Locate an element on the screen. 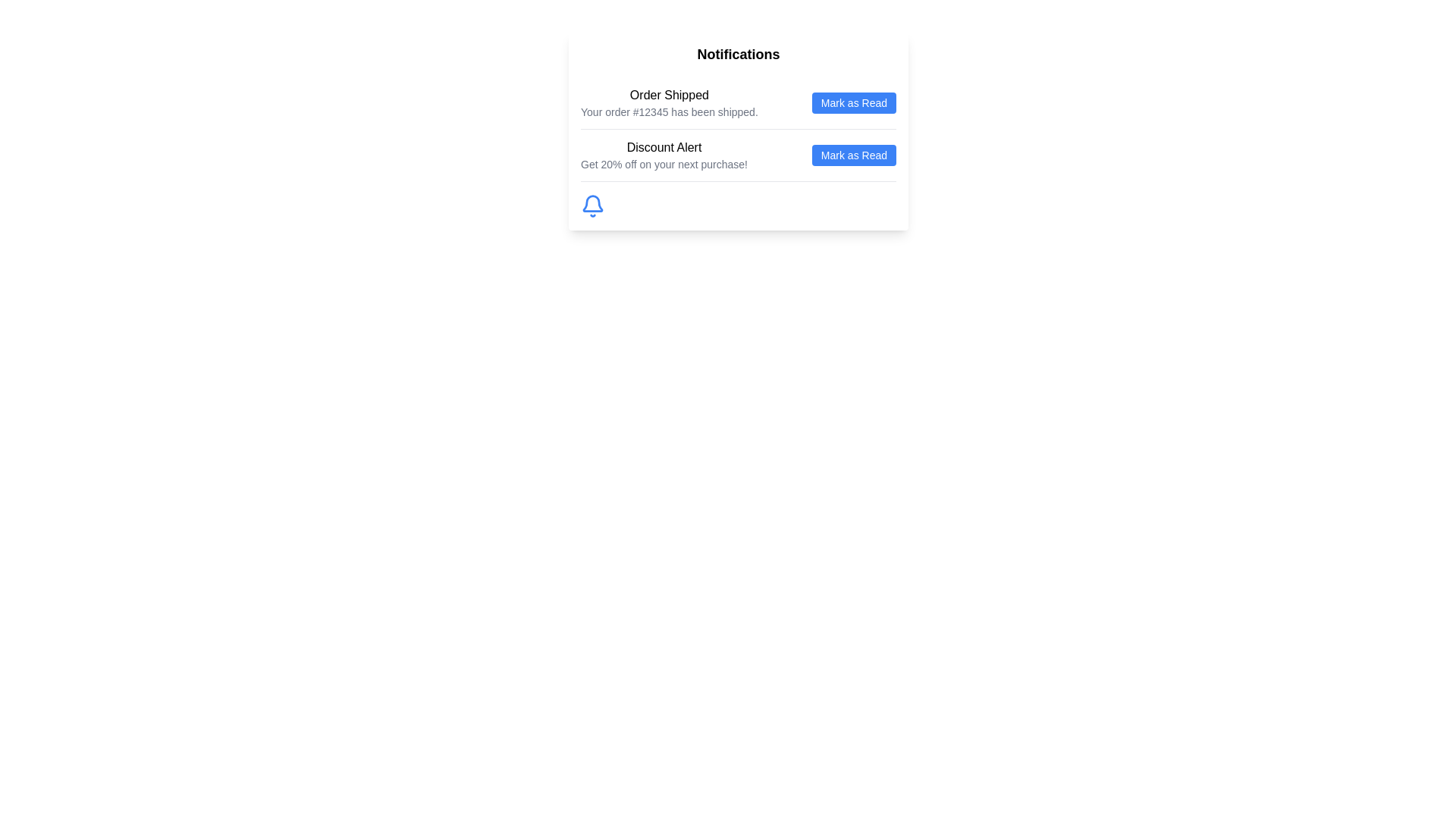 This screenshot has height=819, width=1456. the static text label providing contextual information about the 'Discount Alert' notification, which is positioned directly below the 'Discount Alert' element is located at coordinates (664, 164).